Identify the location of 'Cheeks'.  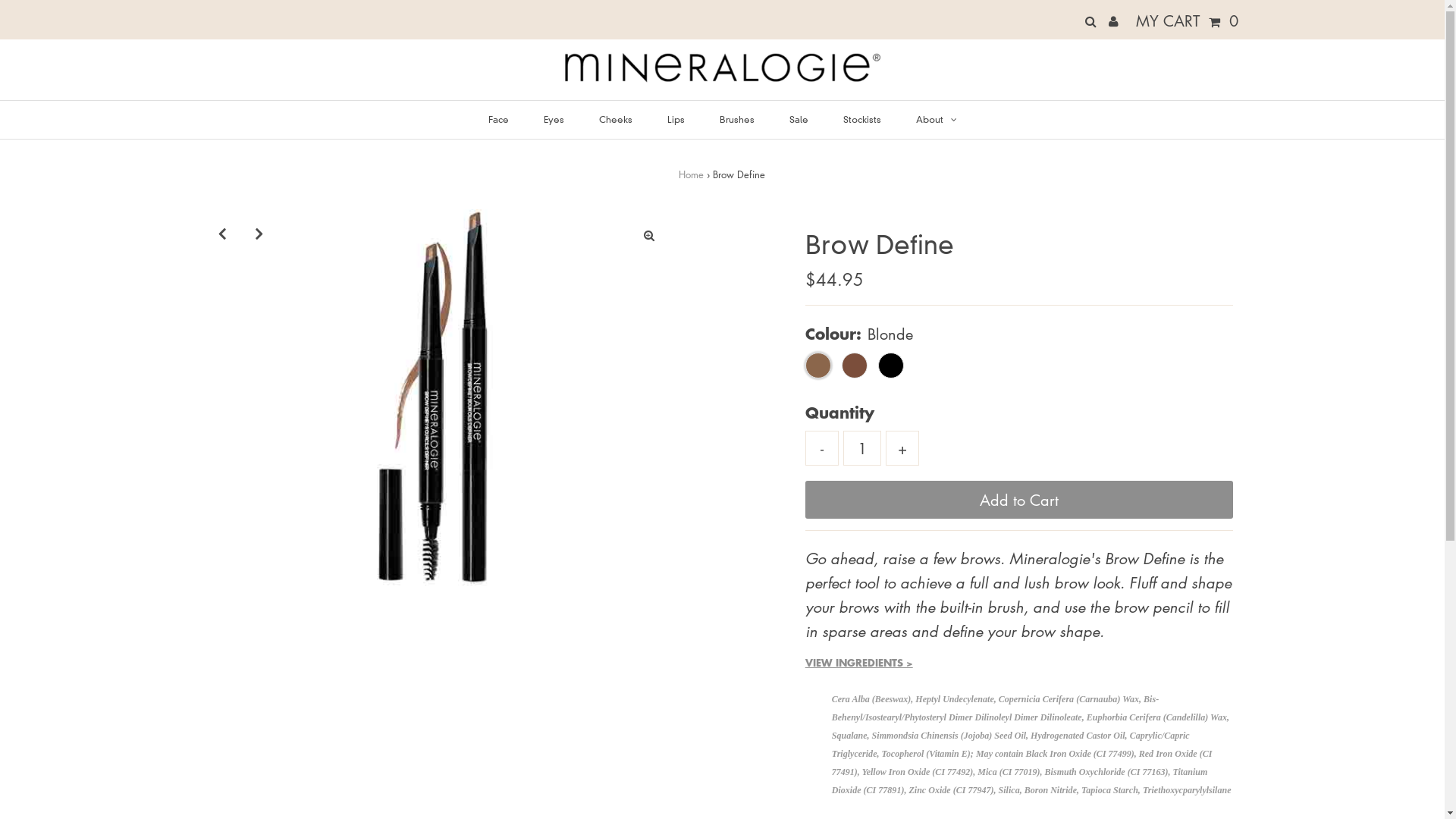
(615, 119).